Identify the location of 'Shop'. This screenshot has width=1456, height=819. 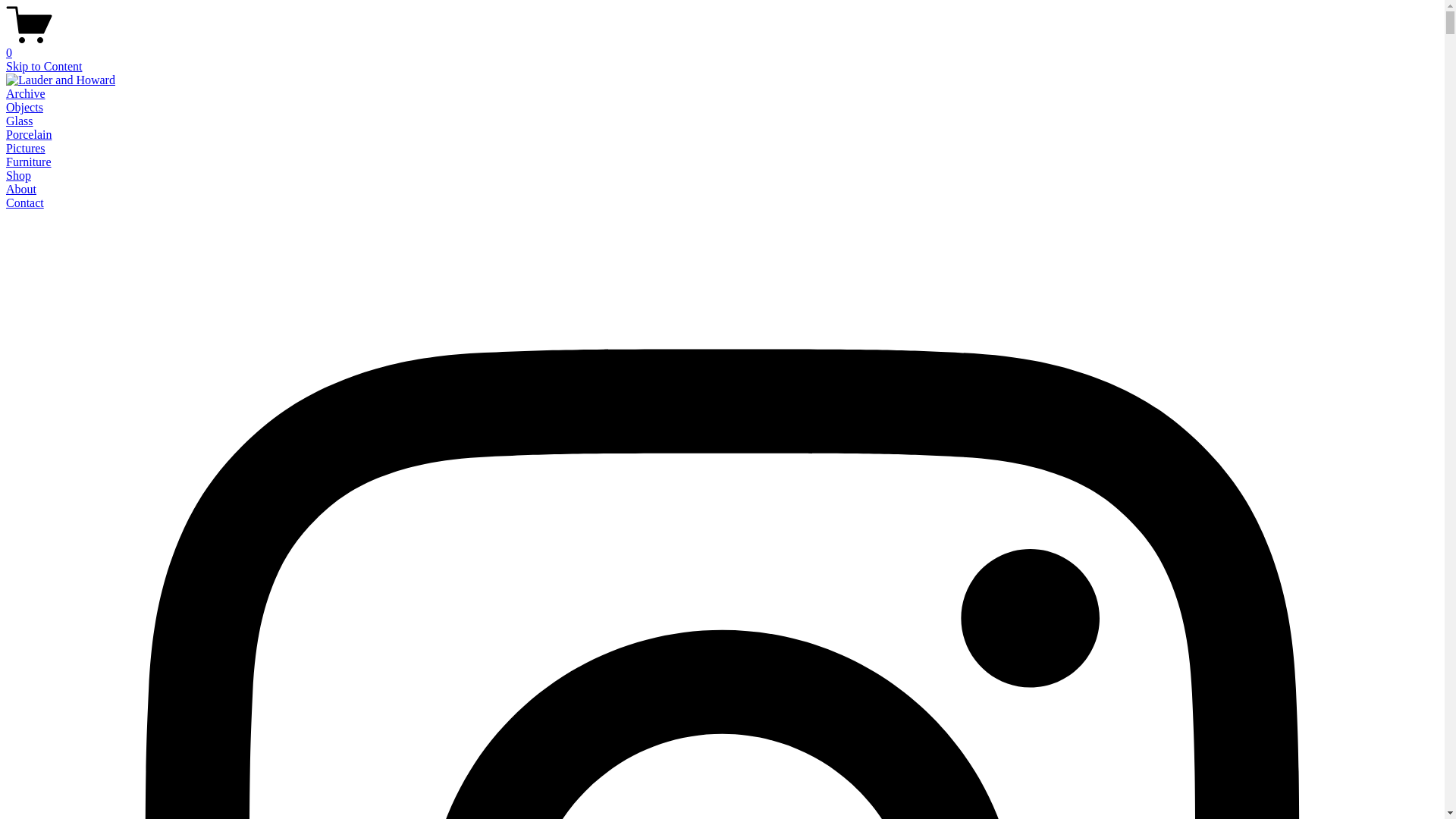
(18, 174).